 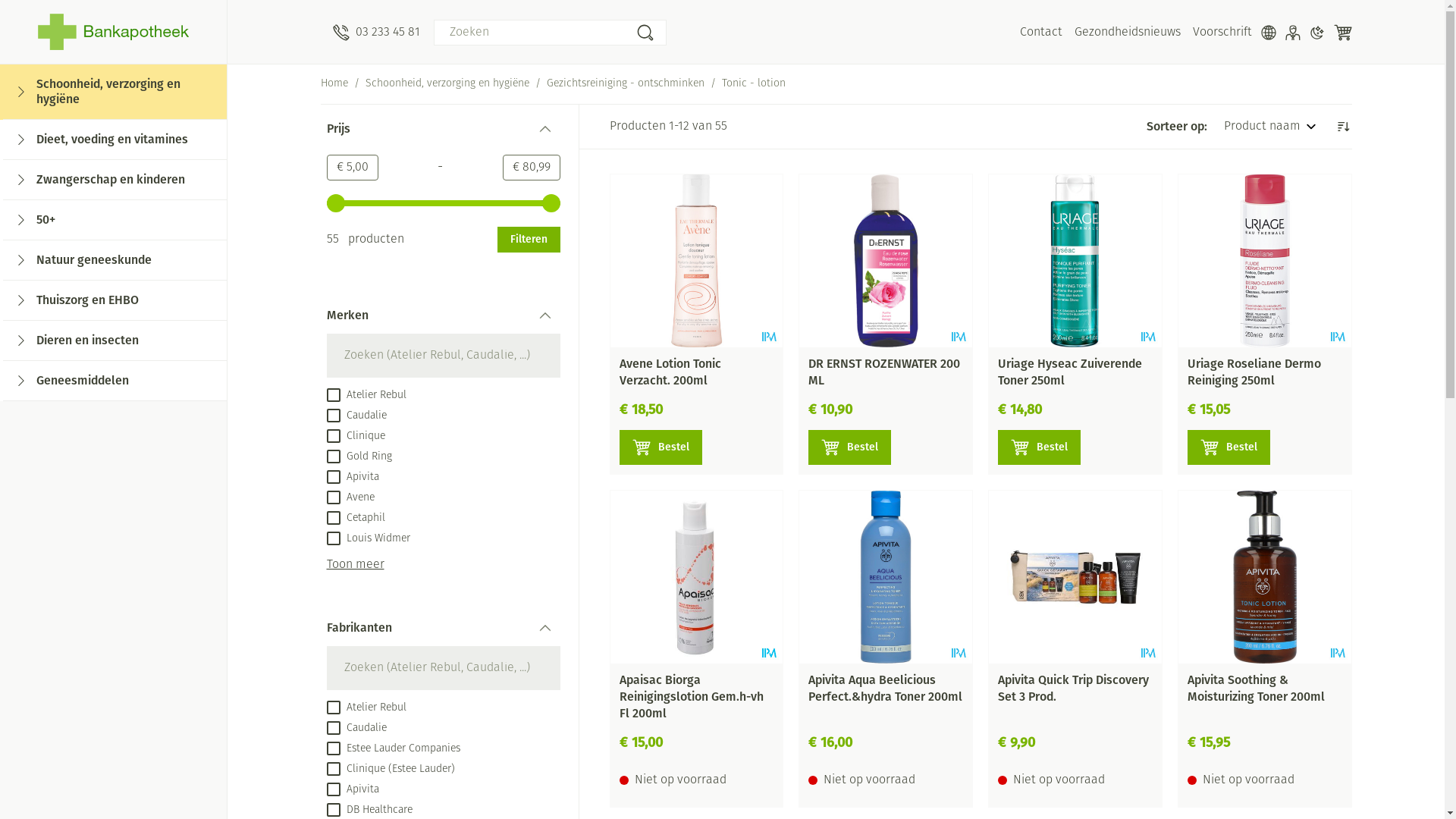 What do you see at coordinates (1342, 32) in the screenshot?
I see `'Winkelwagen'` at bounding box center [1342, 32].